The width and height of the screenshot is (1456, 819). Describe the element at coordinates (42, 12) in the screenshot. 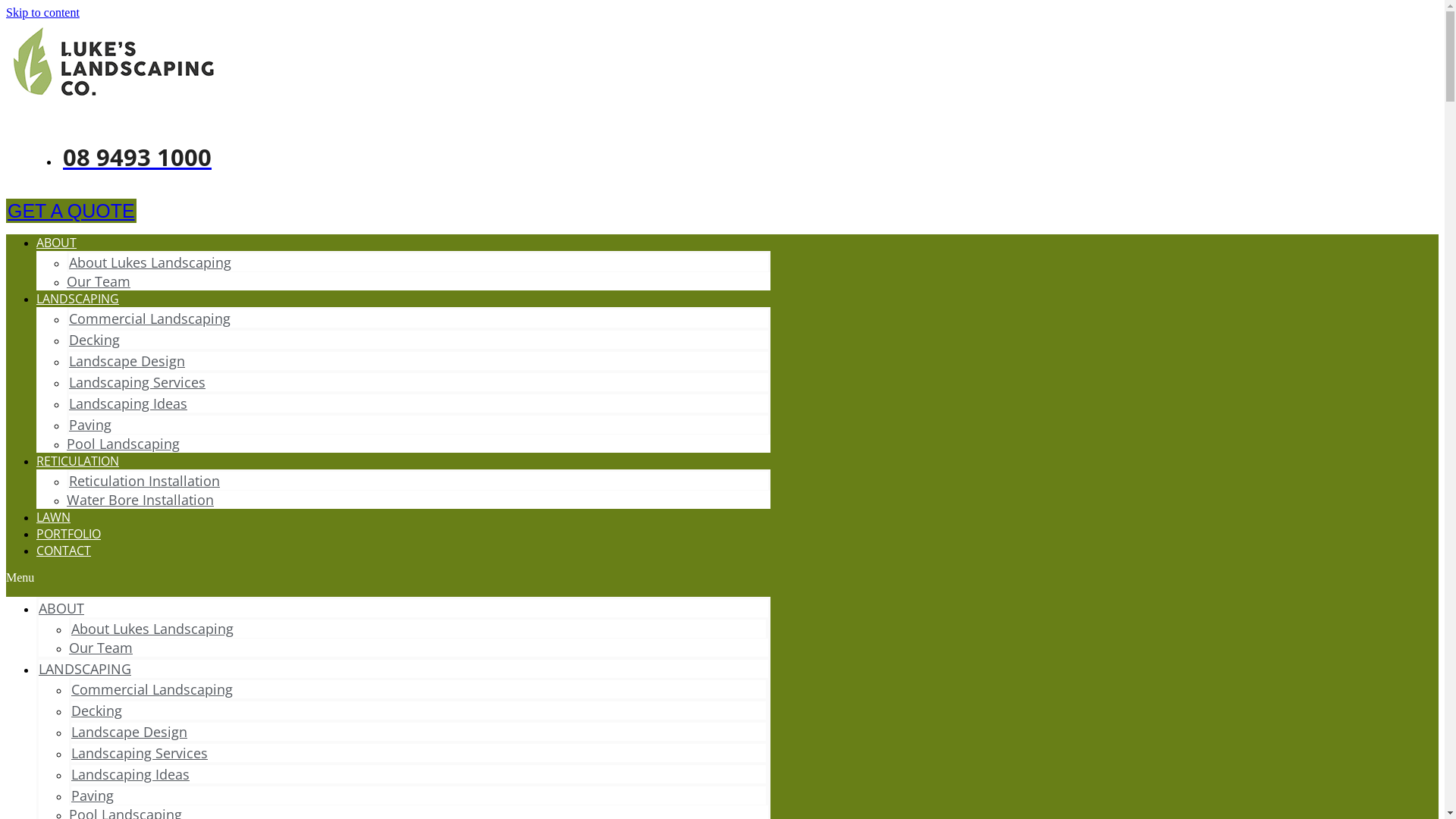

I see `'Skip to content'` at that location.